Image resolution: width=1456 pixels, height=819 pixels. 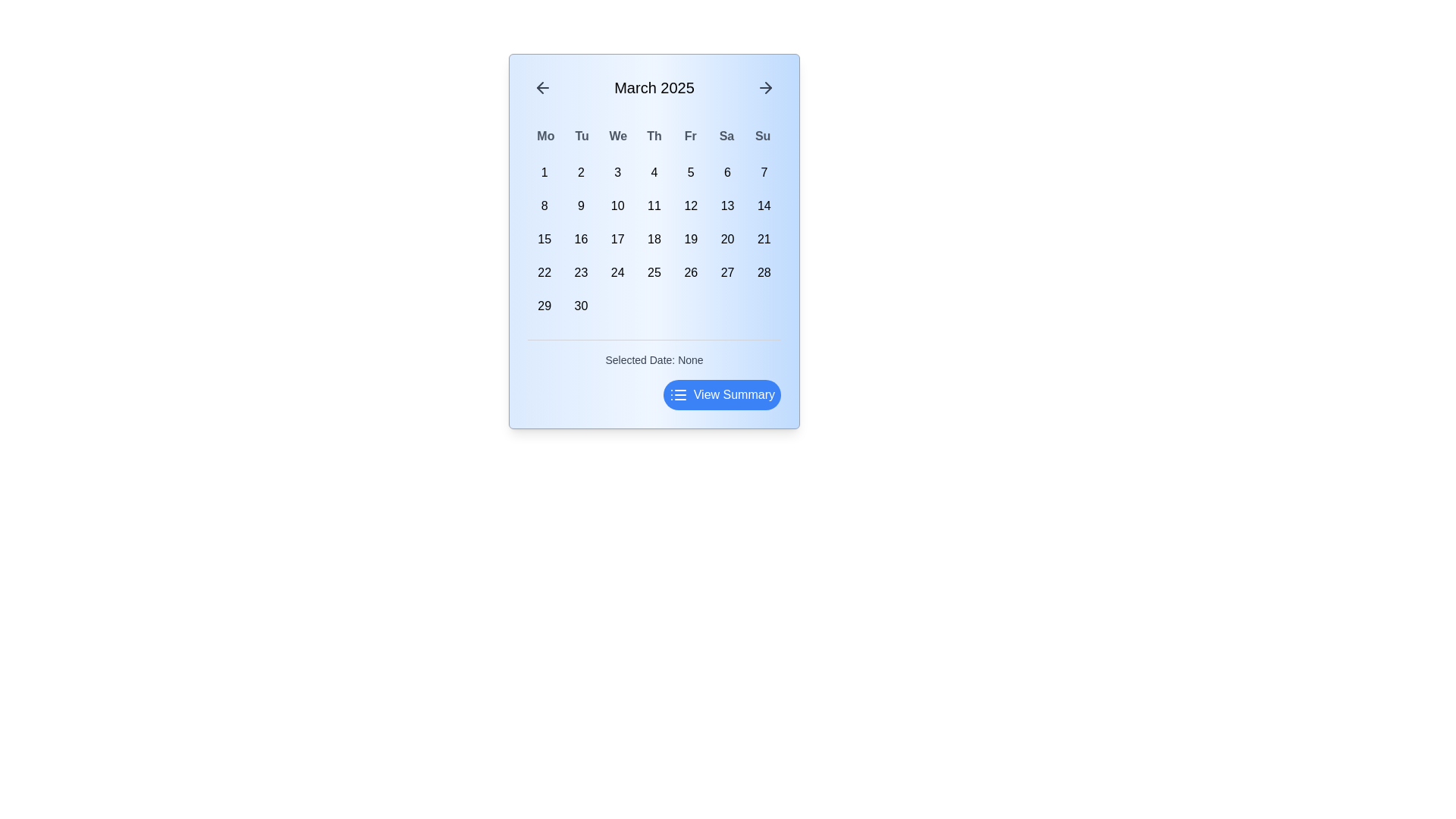 What do you see at coordinates (654, 136) in the screenshot?
I see `the text header row displaying abbreviated weekday names (Mo, Tu, We, Th, Fr, Sa, Su) in bold gray font, positioned below 'March 2025' and above the calendar grid` at bounding box center [654, 136].